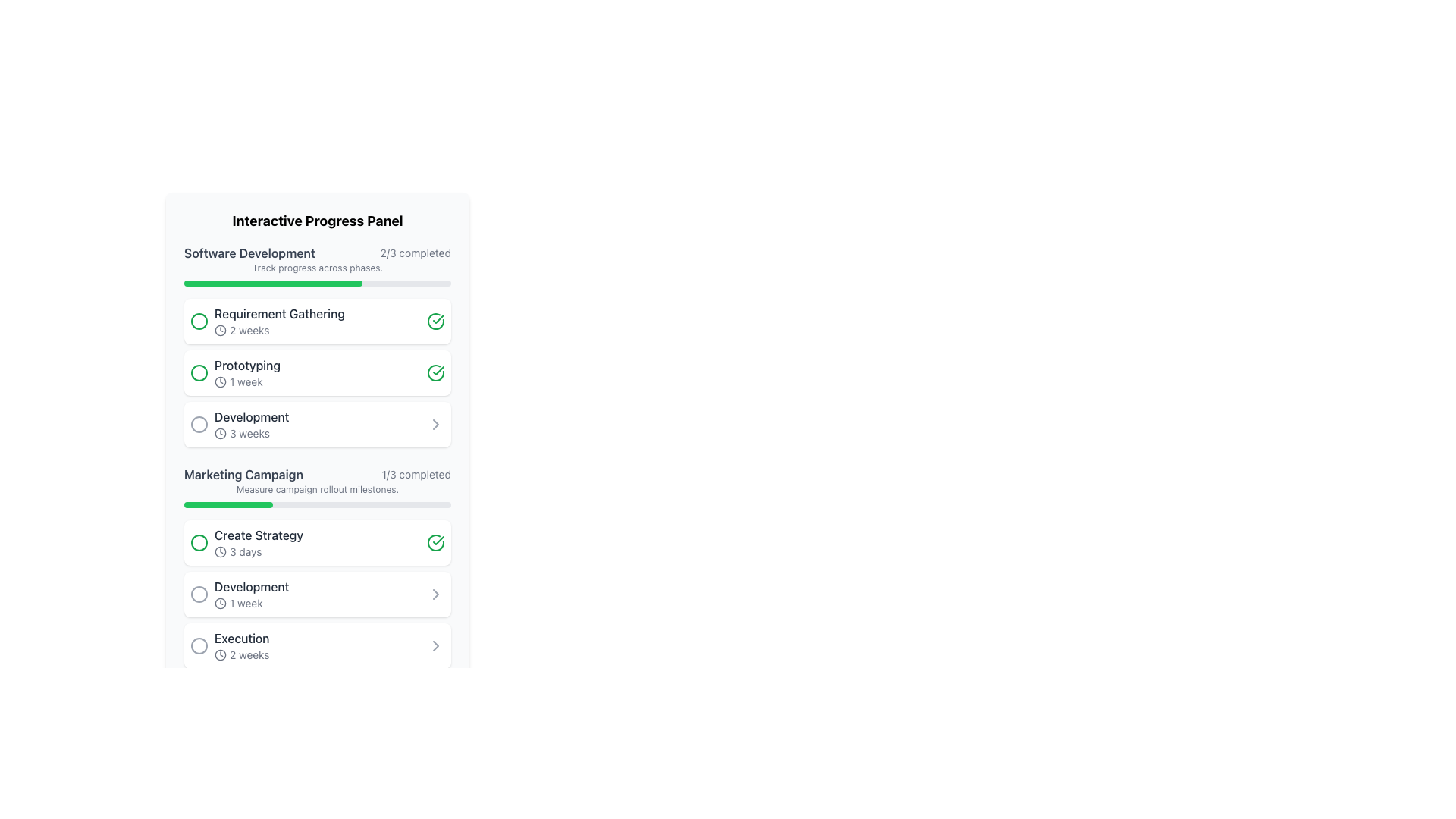  I want to click on the 'Development' button located under the 'Marketing Campaign' section, so click(316, 593).